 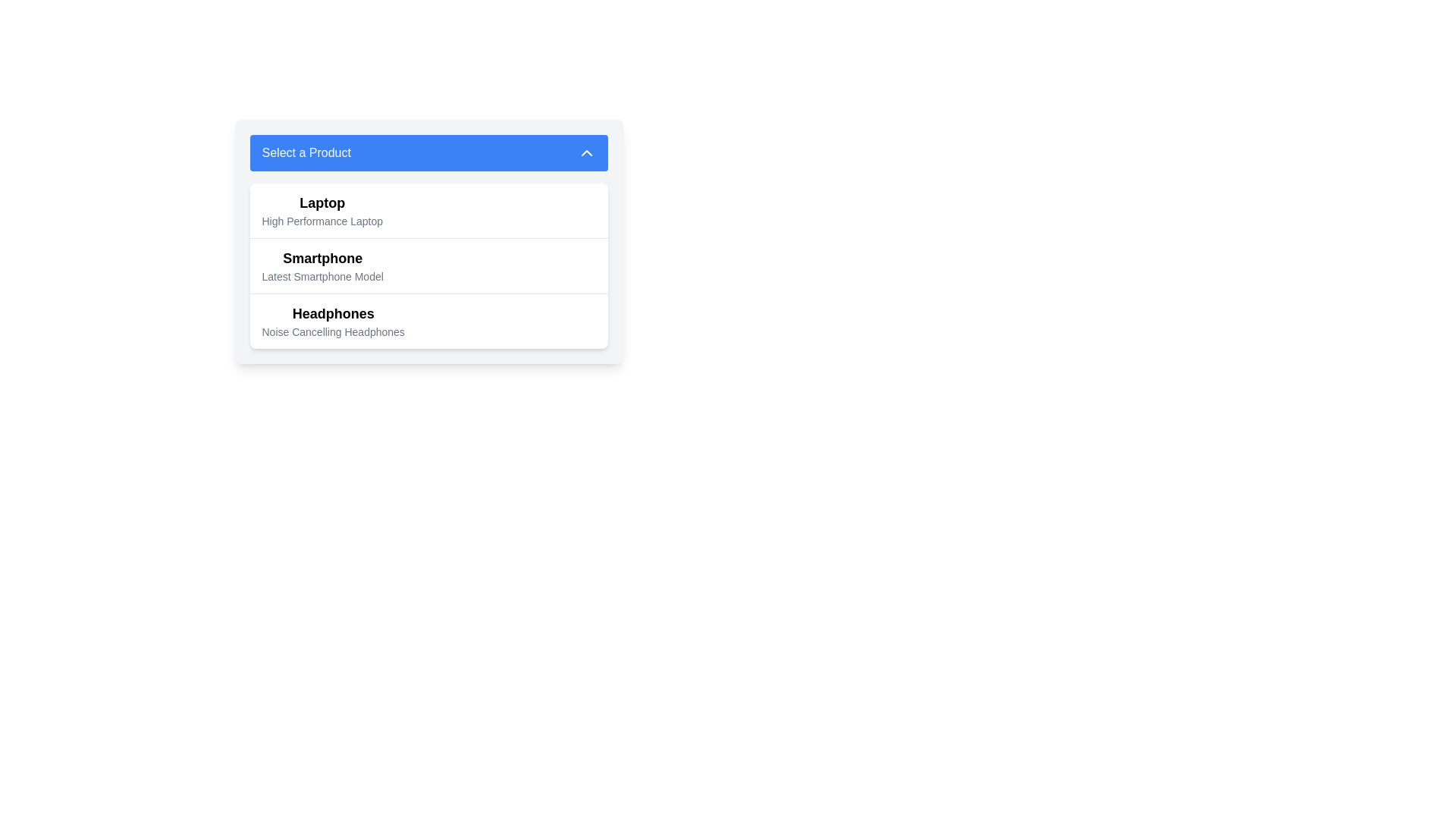 I want to click on the bold-styled text label displaying 'Smartphone', so click(x=322, y=257).